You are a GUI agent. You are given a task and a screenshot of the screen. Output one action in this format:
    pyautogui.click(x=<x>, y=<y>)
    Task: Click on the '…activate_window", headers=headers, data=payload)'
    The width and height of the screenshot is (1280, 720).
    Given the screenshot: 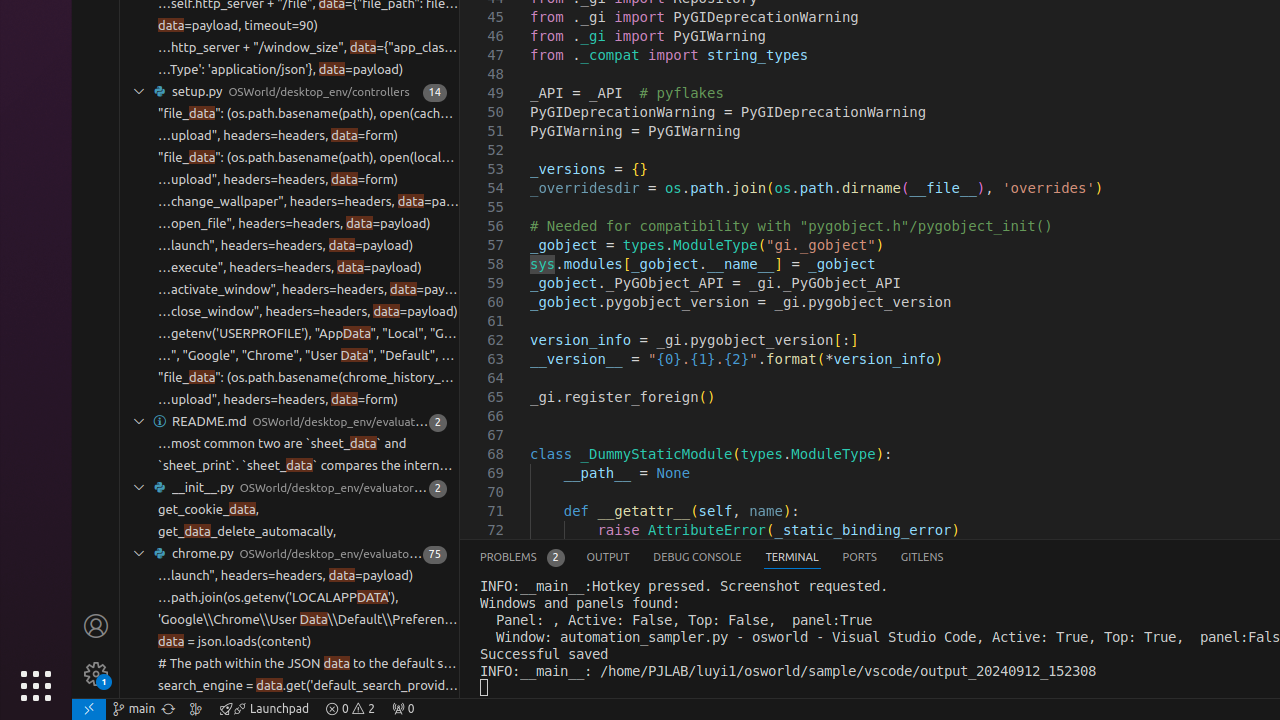 What is the action you would take?
    pyautogui.click(x=307, y=289)
    